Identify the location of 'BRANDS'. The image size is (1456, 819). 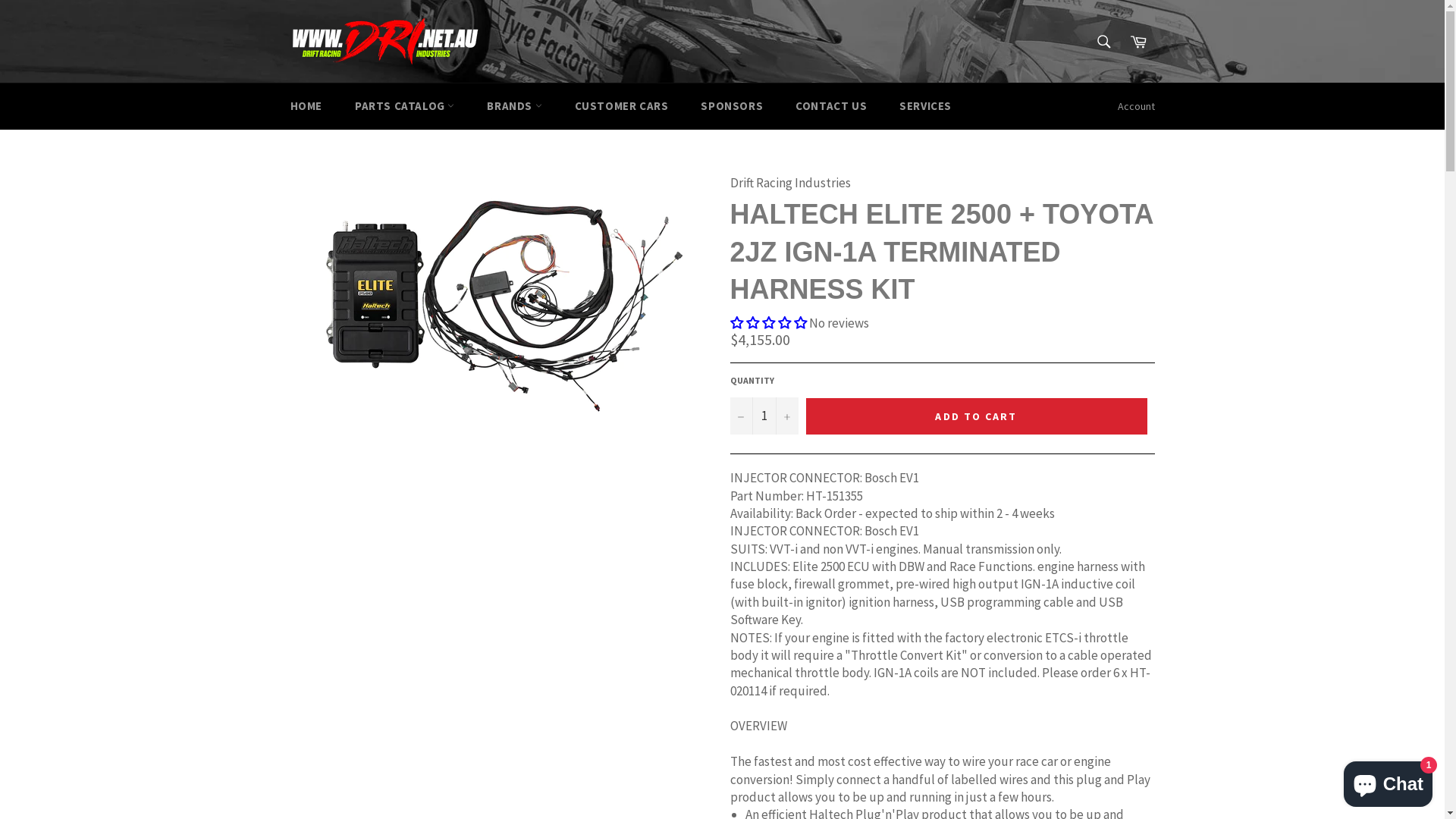
(513, 105).